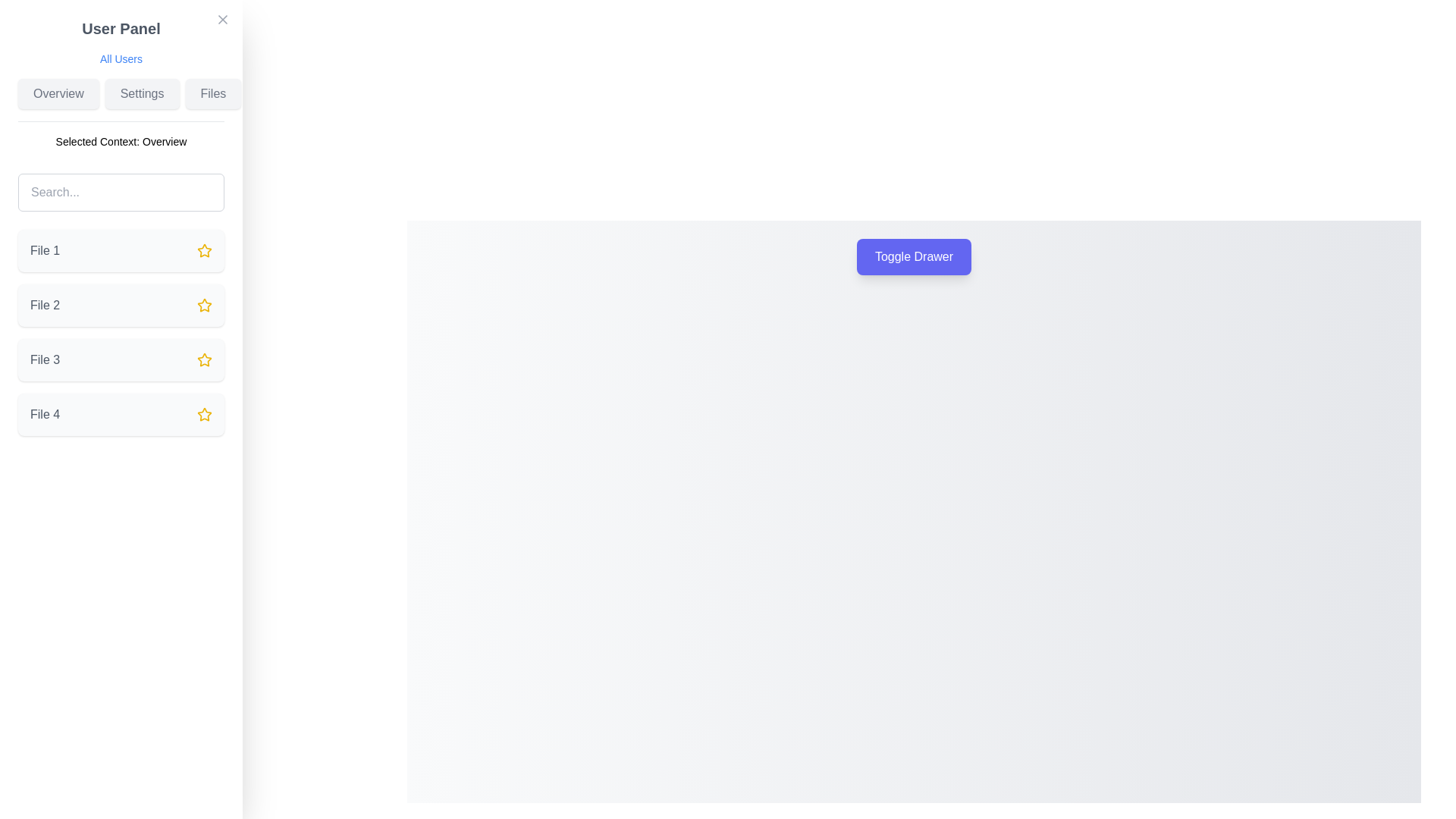 The width and height of the screenshot is (1456, 819). Describe the element at coordinates (203, 305) in the screenshot. I see `the star icon associated with 'File 2' in the User Panel` at that location.